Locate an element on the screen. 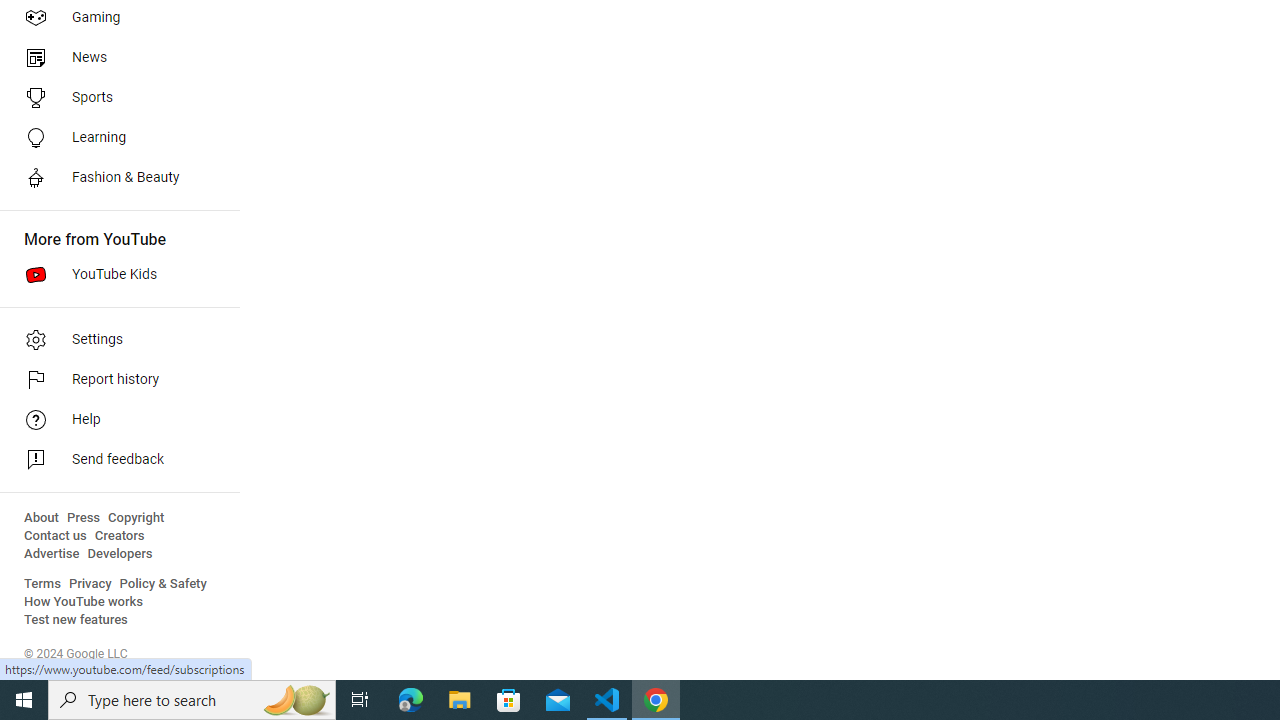 Image resolution: width=1280 pixels, height=720 pixels. 'News' is located at coordinates (112, 56).